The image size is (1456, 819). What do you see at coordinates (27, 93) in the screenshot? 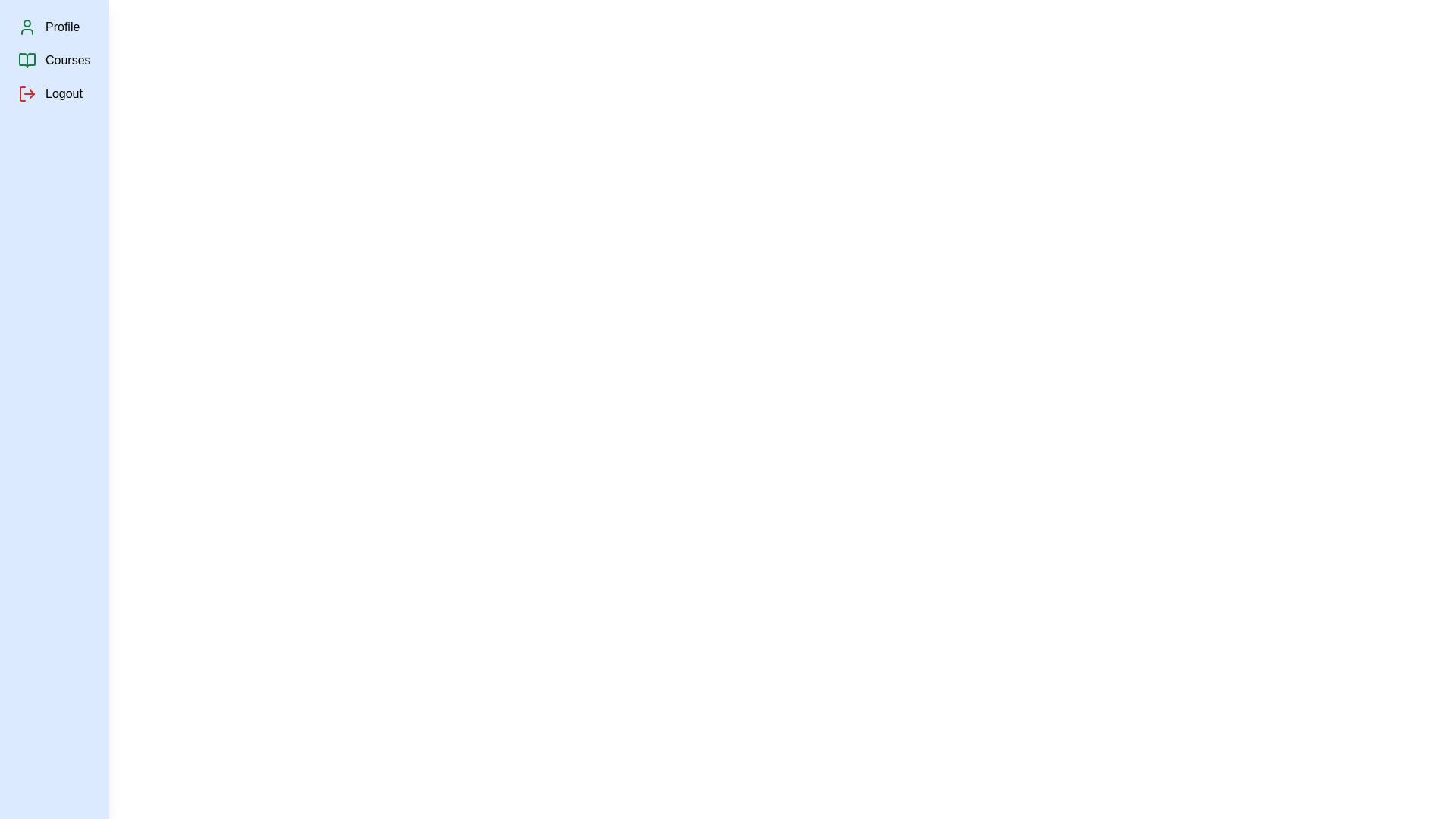
I see `the Logout icon in the sidebar to inspect its functionality` at bounding box center [27, 93].